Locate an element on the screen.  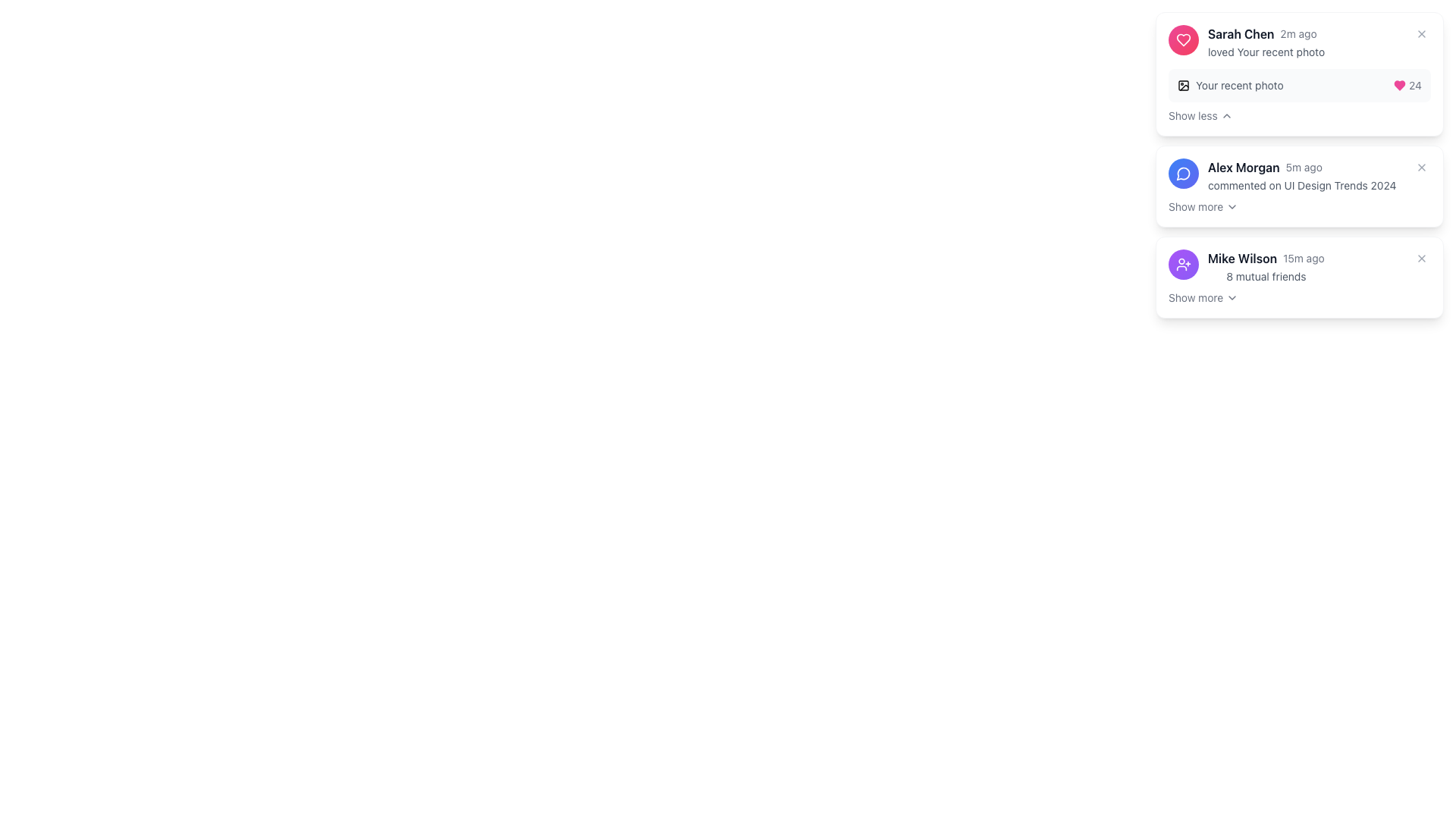
the likes icon located in the notification card for 'Sarah Chen', which visually indicates the number of likes received for the recent photo is located at coordinates (1182, 39).